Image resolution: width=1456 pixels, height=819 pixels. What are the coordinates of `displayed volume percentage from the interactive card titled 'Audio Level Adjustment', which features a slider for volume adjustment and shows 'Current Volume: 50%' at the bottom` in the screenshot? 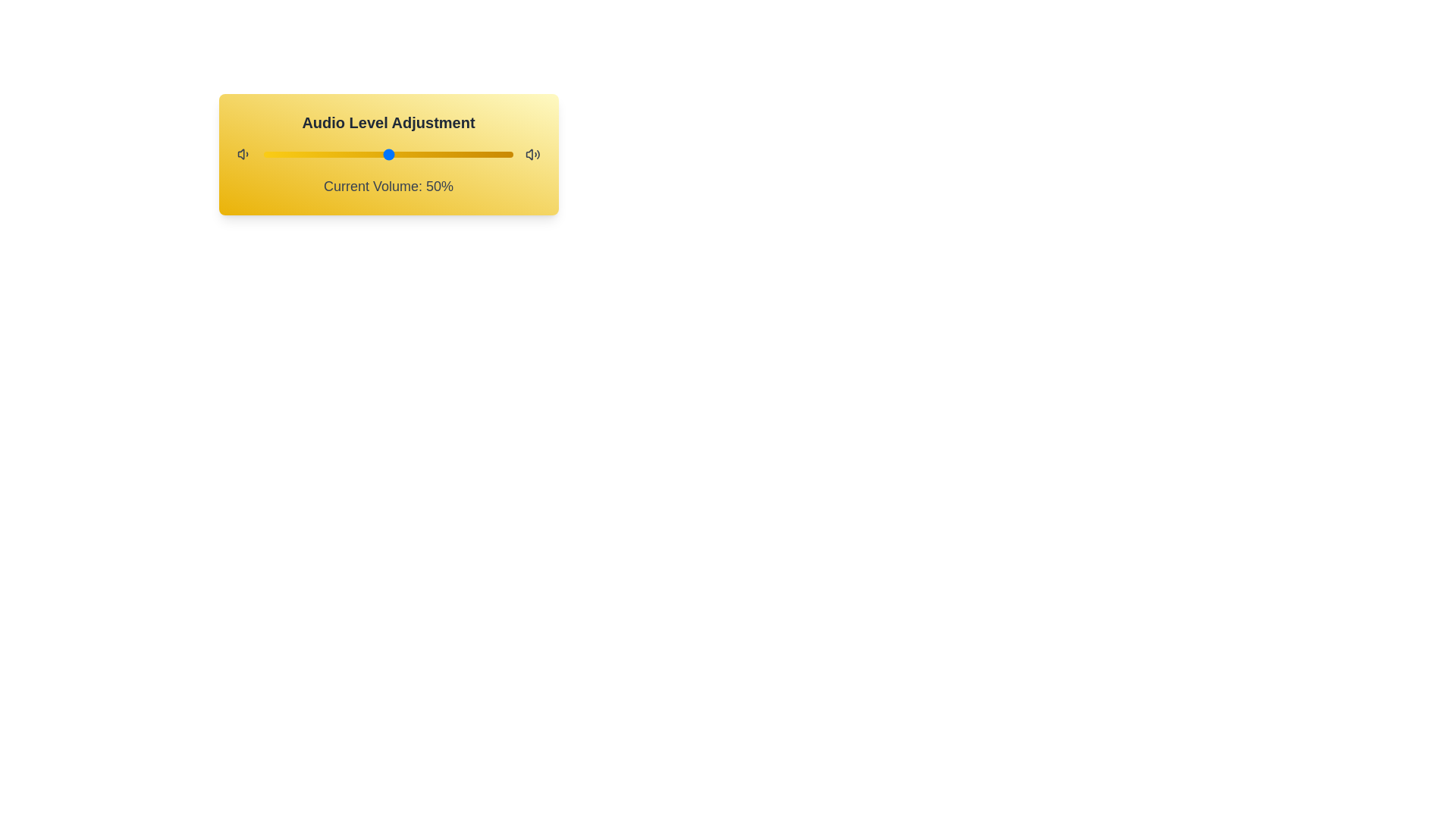 It's located at (388, 155).